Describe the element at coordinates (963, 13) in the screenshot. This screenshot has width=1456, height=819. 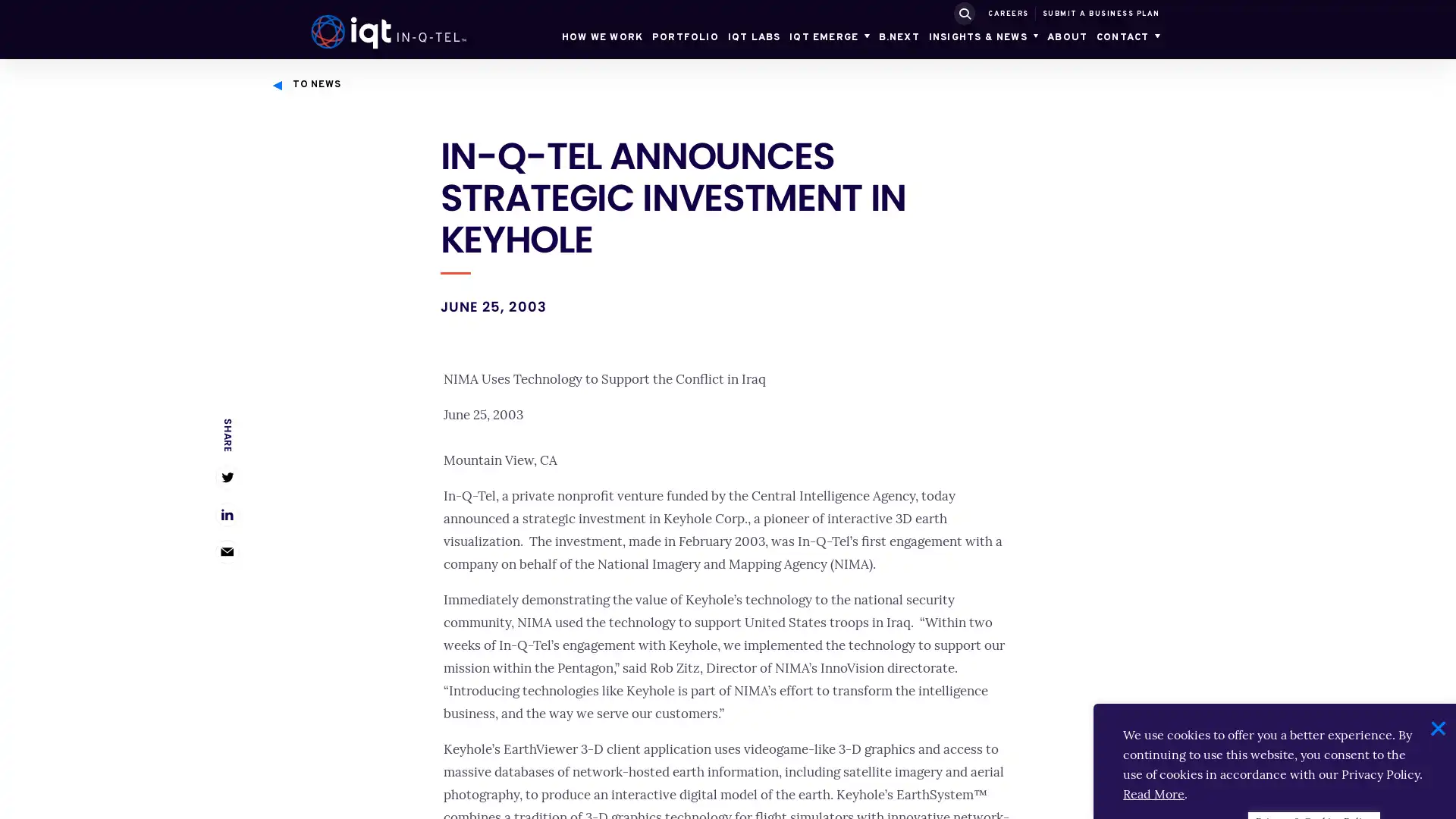
I see `SUBMIT` at that location.